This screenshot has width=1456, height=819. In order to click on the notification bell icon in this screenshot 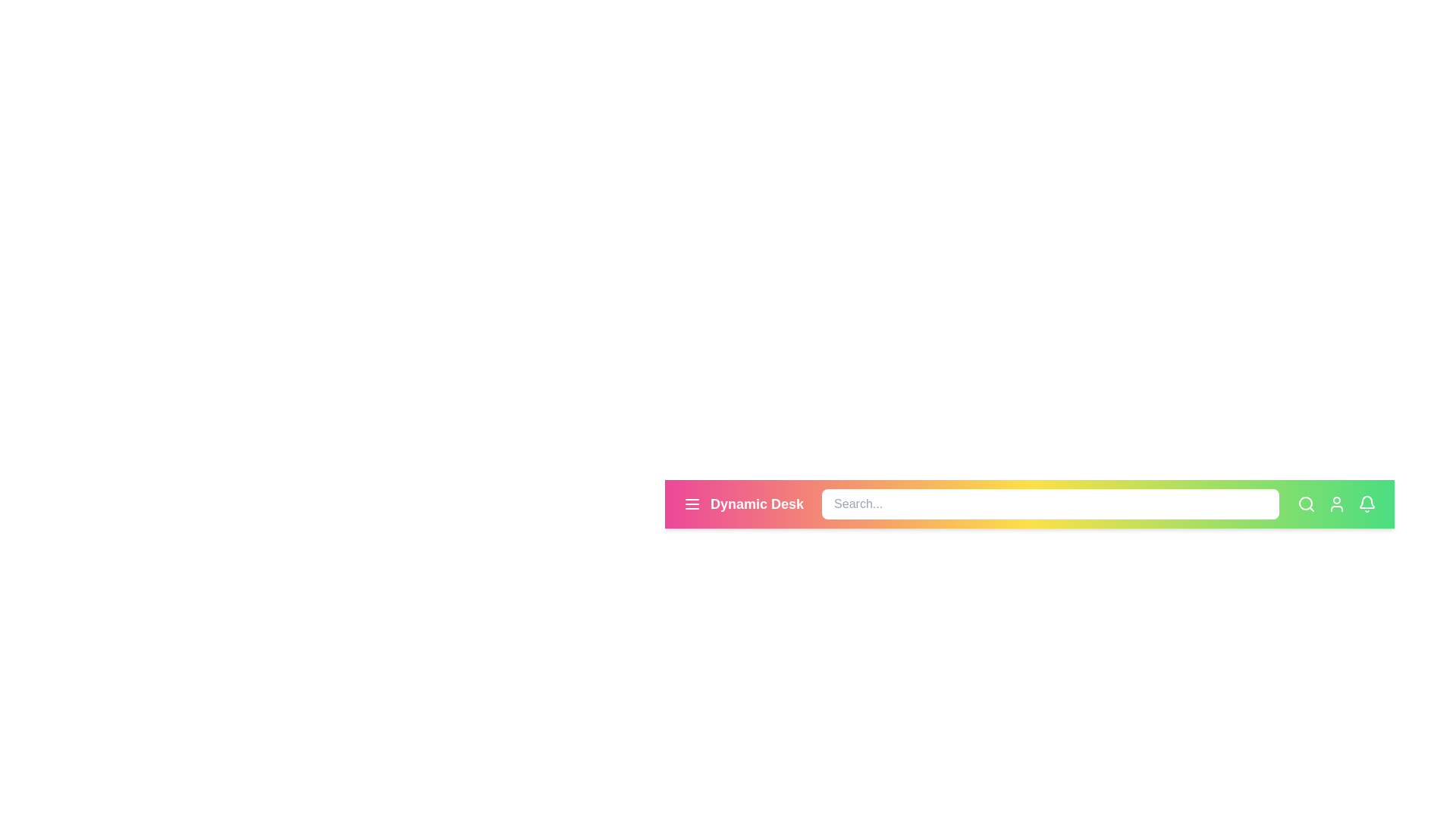, I will do `click(1367, 504)`.